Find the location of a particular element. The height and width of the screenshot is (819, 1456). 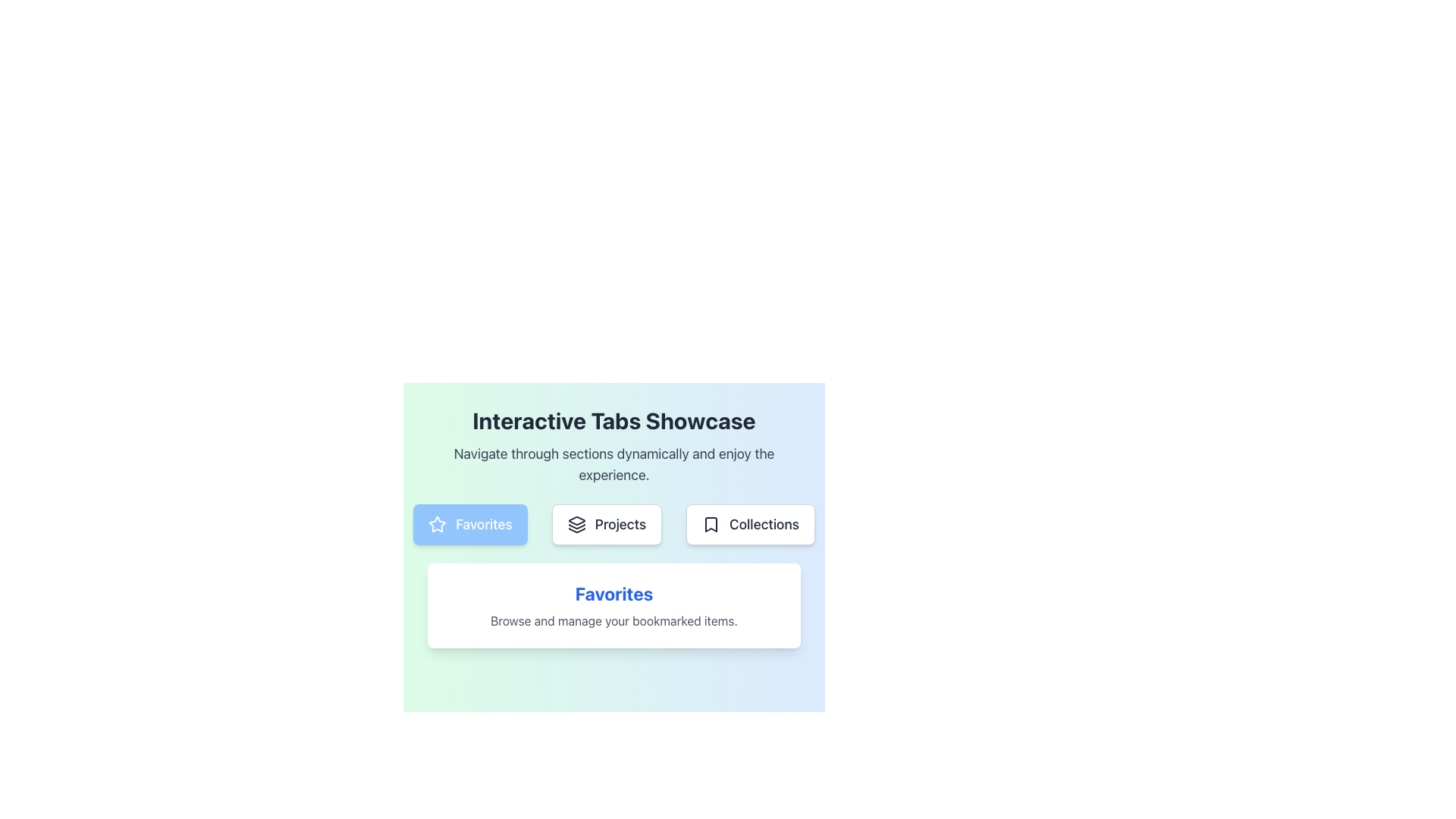

text element labeled 'Favorites', which serves as a section header above the description text for bookmarked items is located at coordinates (614, 593).